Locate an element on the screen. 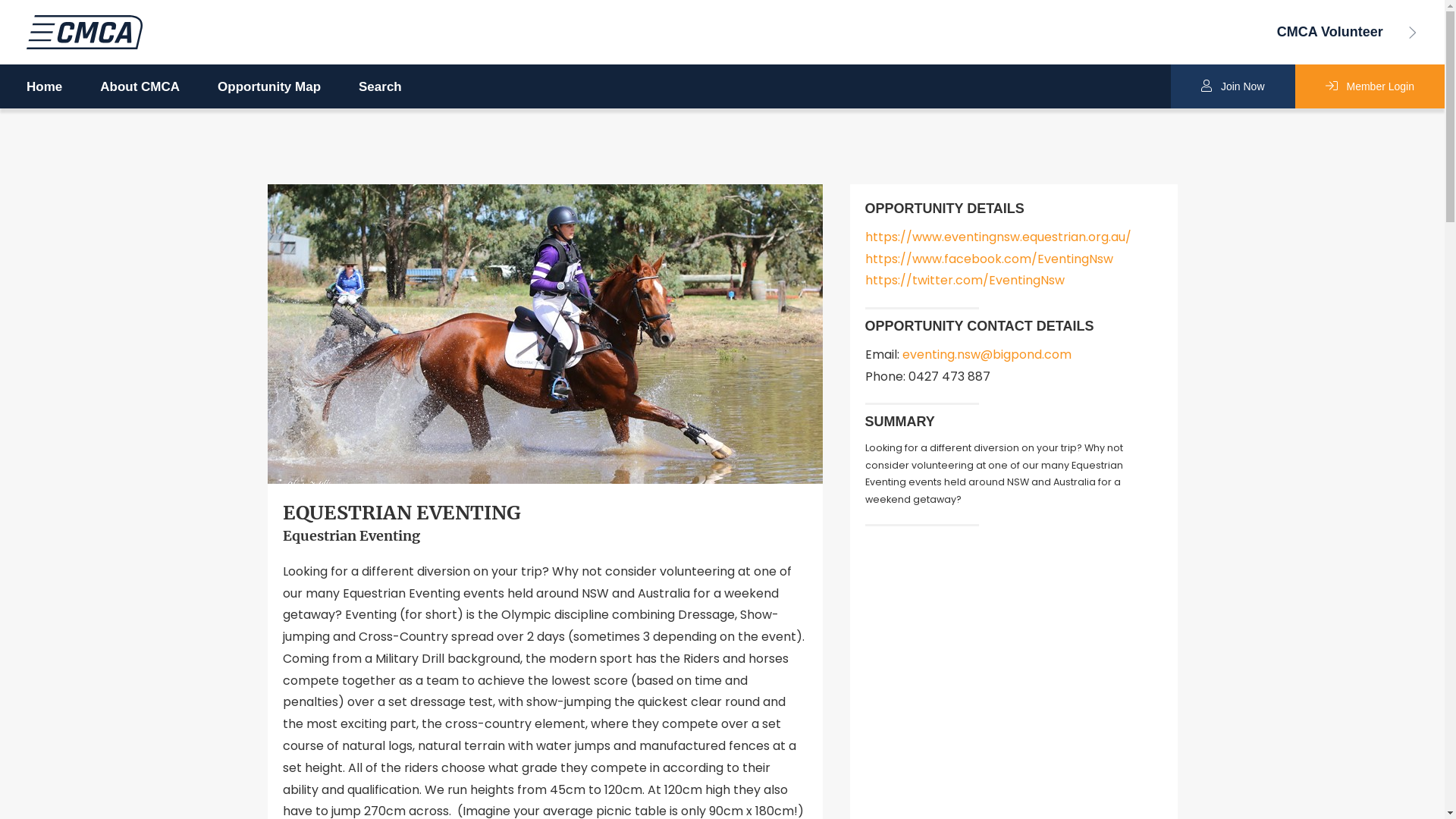 The height and width of the screenshot is (819, 1456). 'Join Now' is located at coordinates (1233, 86).